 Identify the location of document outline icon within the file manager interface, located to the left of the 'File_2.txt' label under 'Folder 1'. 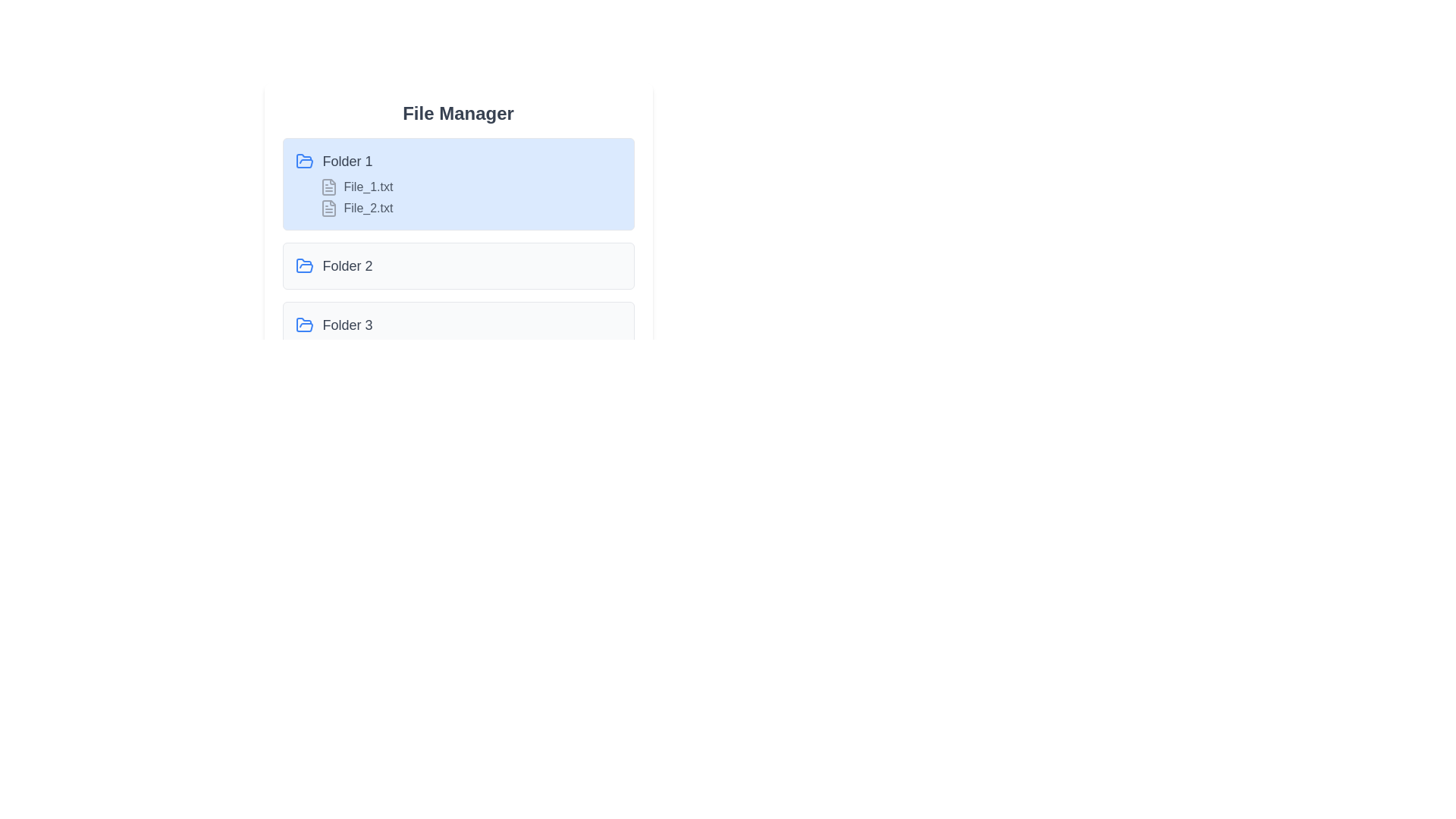
(328, 208).